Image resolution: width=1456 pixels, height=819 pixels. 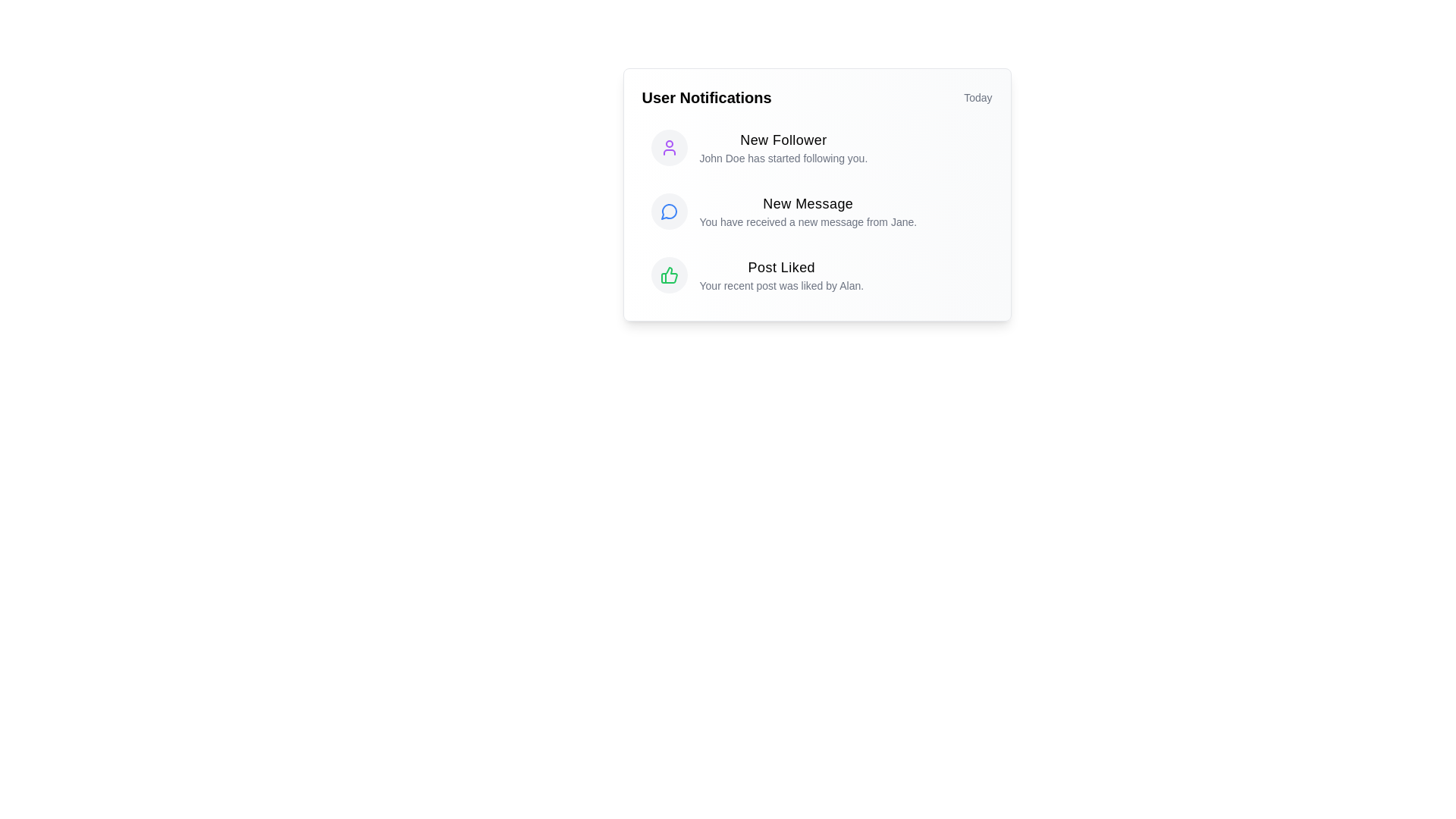 What do you see at coordinates (668, 275) in the screenshot?
I see `the thumbs-up icon representing approval or like action next to the 'Post Liked' label in the bottom-most notification entry of the 'User Notifications' list` at bounding box center [668, 275].